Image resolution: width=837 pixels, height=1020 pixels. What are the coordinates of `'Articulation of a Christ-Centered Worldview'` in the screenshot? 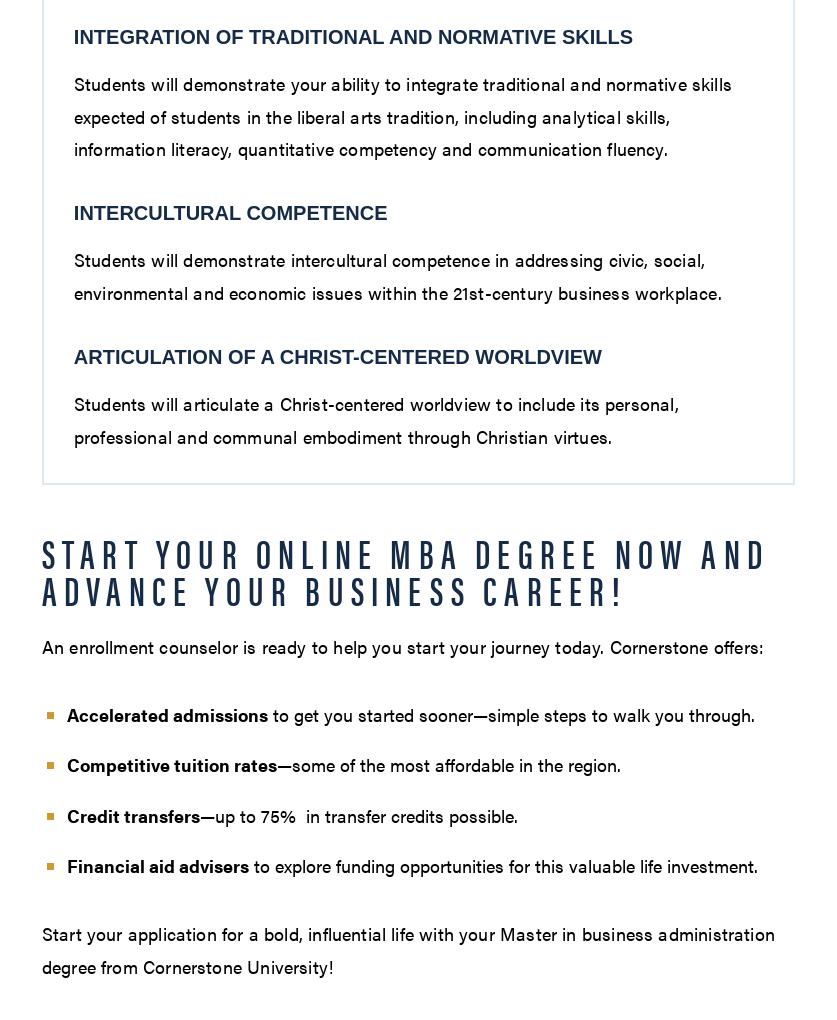 It's located at (336, 356).